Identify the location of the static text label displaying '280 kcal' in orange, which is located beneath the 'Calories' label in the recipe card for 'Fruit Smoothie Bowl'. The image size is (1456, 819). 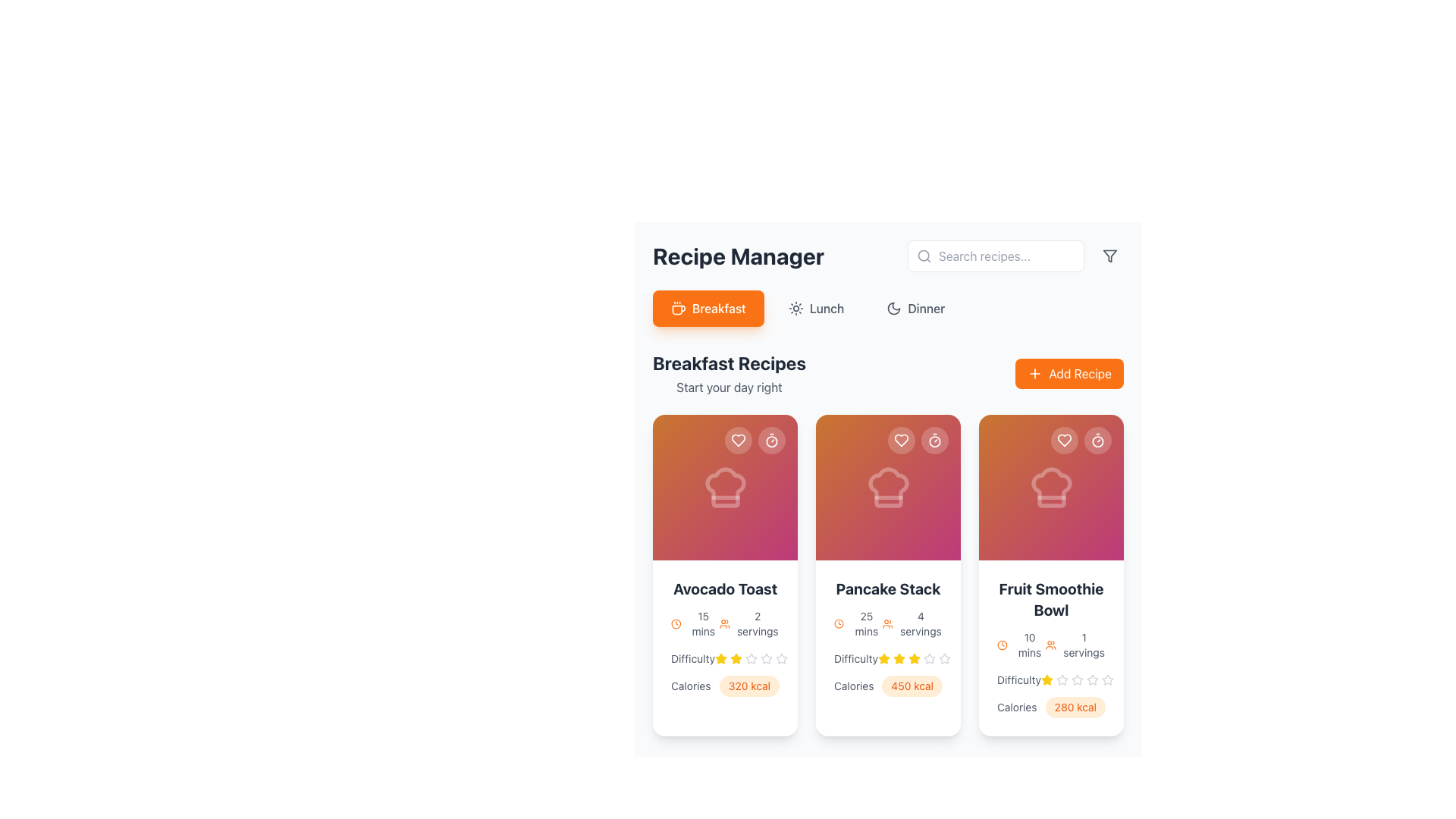
(1050, 695).